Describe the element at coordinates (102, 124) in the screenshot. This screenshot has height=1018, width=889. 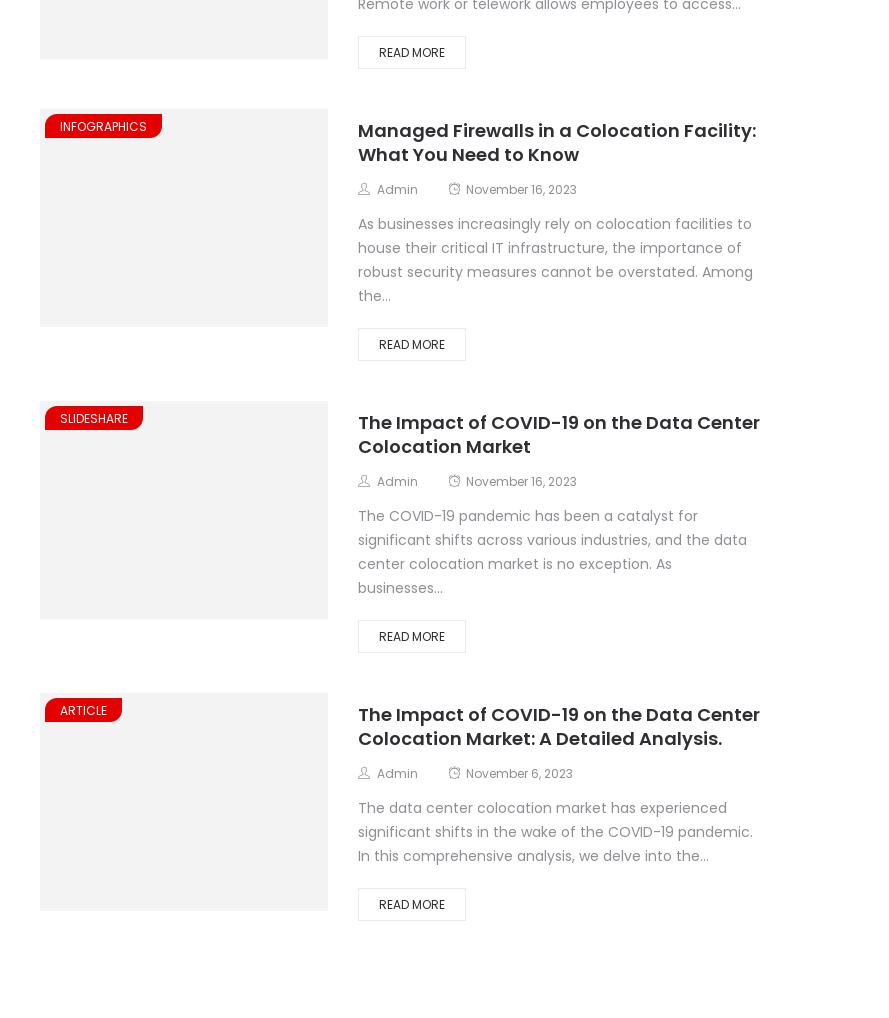
I see `'Infographics'` at that location.